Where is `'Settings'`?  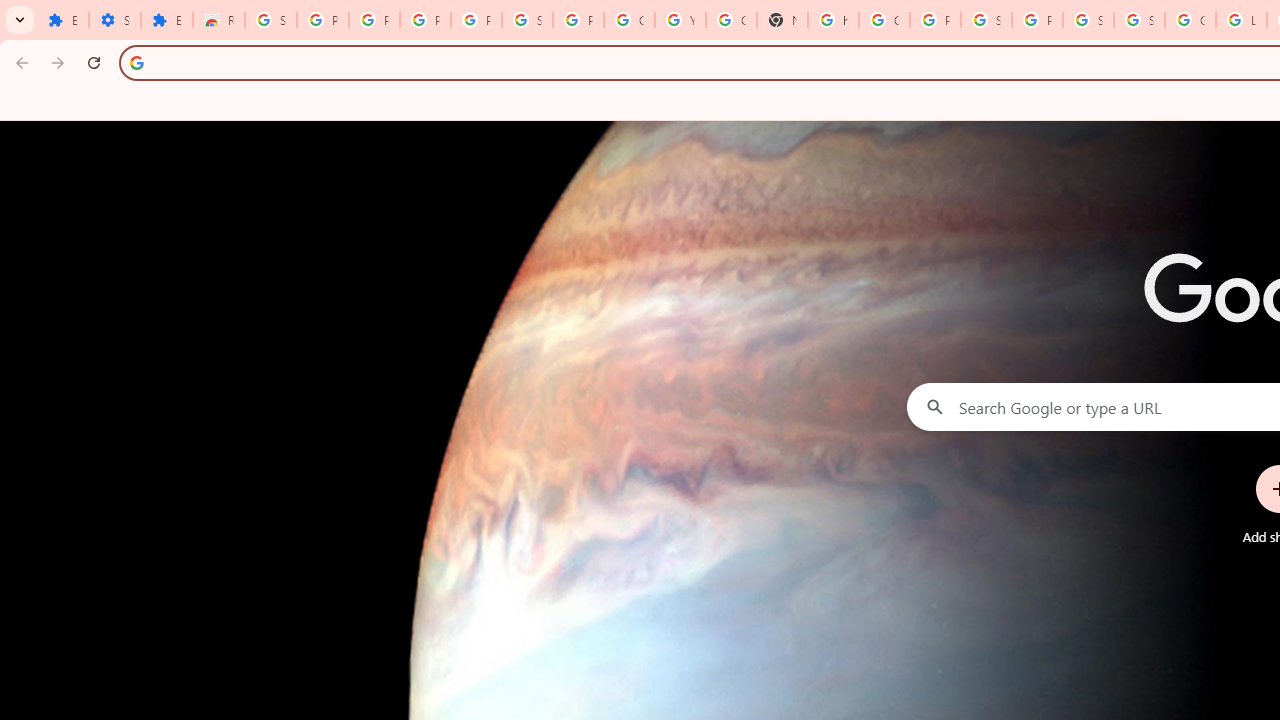 'Settings' is located at coordinates (113, 20).